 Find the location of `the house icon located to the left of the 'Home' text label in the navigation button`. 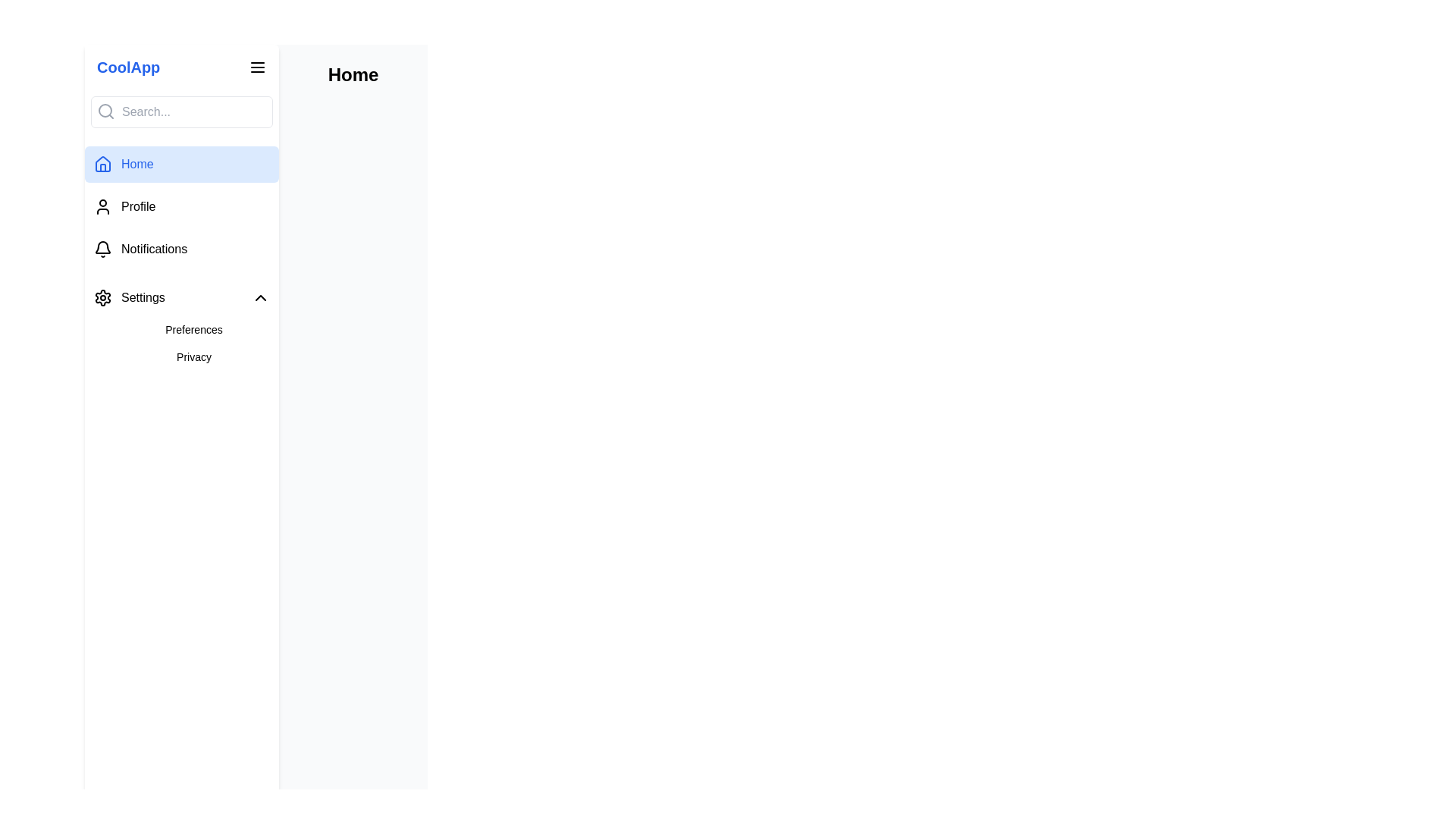

the house icon located to the left of the 'Home' text label in the navigation button is located at coordinates (102, 164).